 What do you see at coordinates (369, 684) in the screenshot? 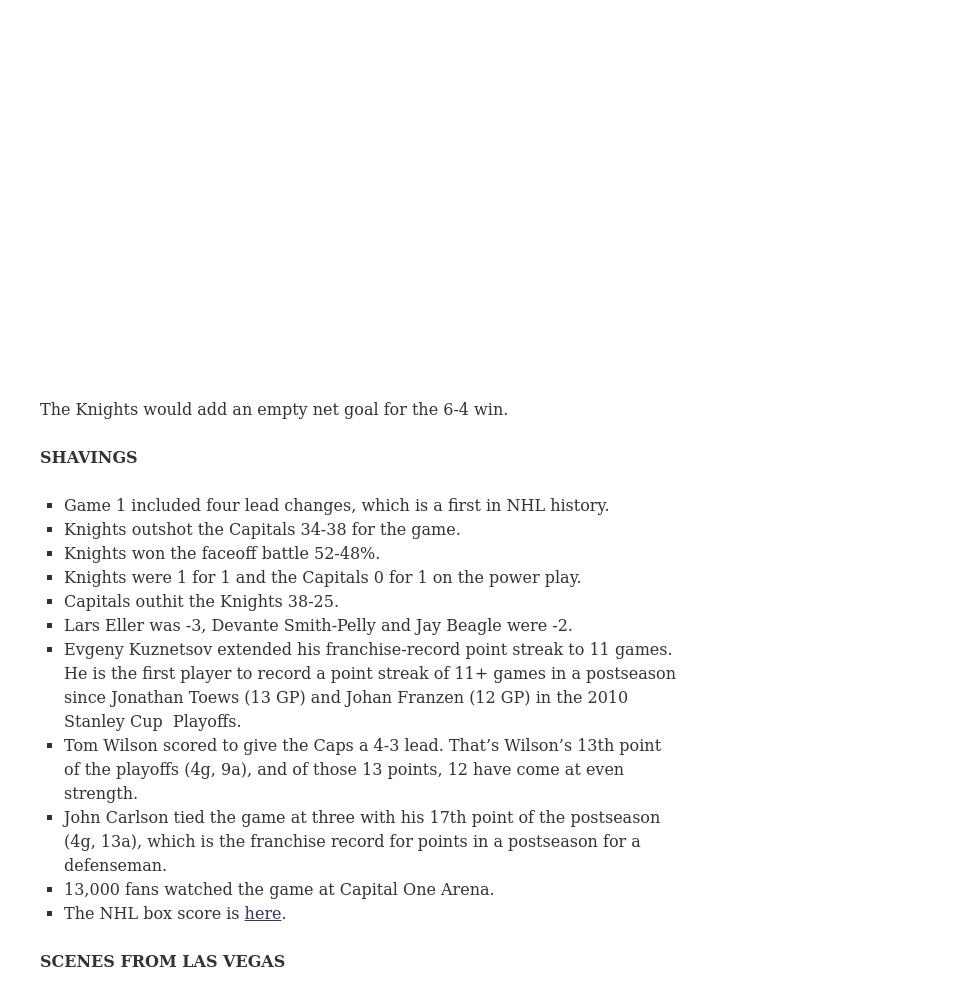
I see `'Evgeny Kuznetsov extended his franchise-record point streak to 11 games. He is the first player to record a point streak of 11+ games in a postseason since Jonathan Toews (13 GP) and Johan Franzen (12 GP) in the 2010 Stanley Cup  Playoffs.'` at bounding box center [369, 684].